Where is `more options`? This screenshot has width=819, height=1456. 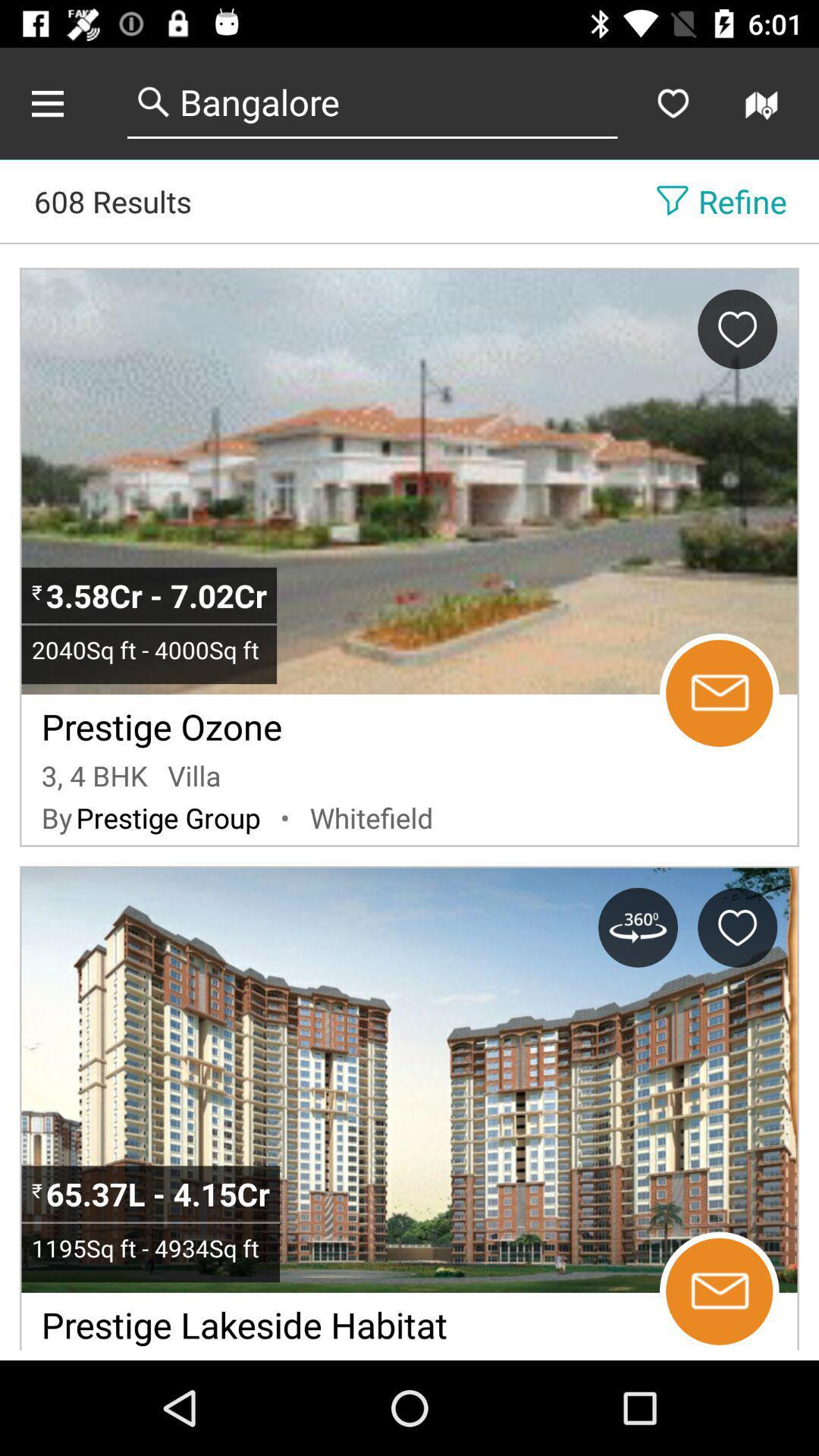
more options is located at coordinates (63, 102).